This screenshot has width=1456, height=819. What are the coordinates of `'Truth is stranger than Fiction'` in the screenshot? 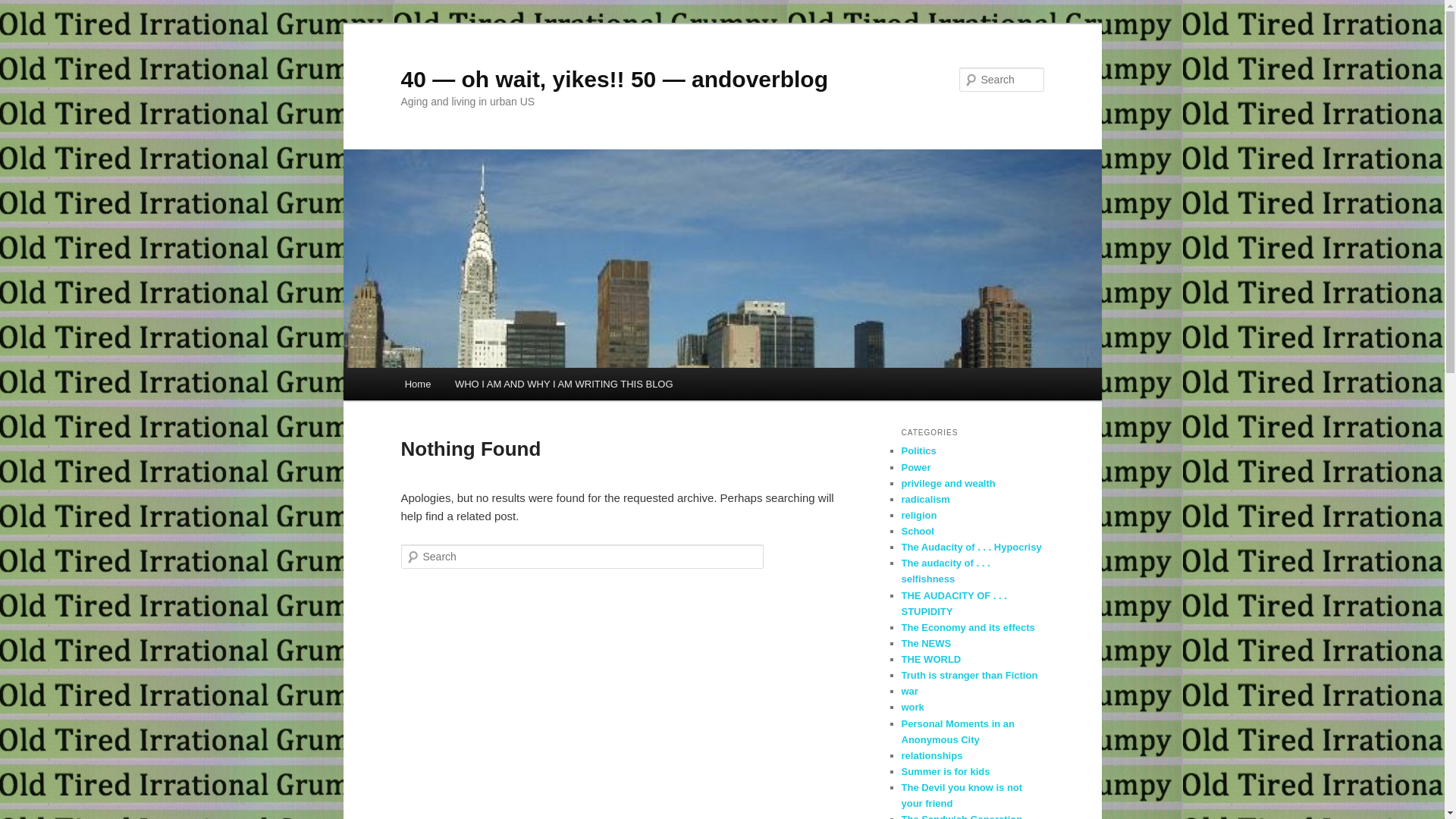 It's located at (968, 674).